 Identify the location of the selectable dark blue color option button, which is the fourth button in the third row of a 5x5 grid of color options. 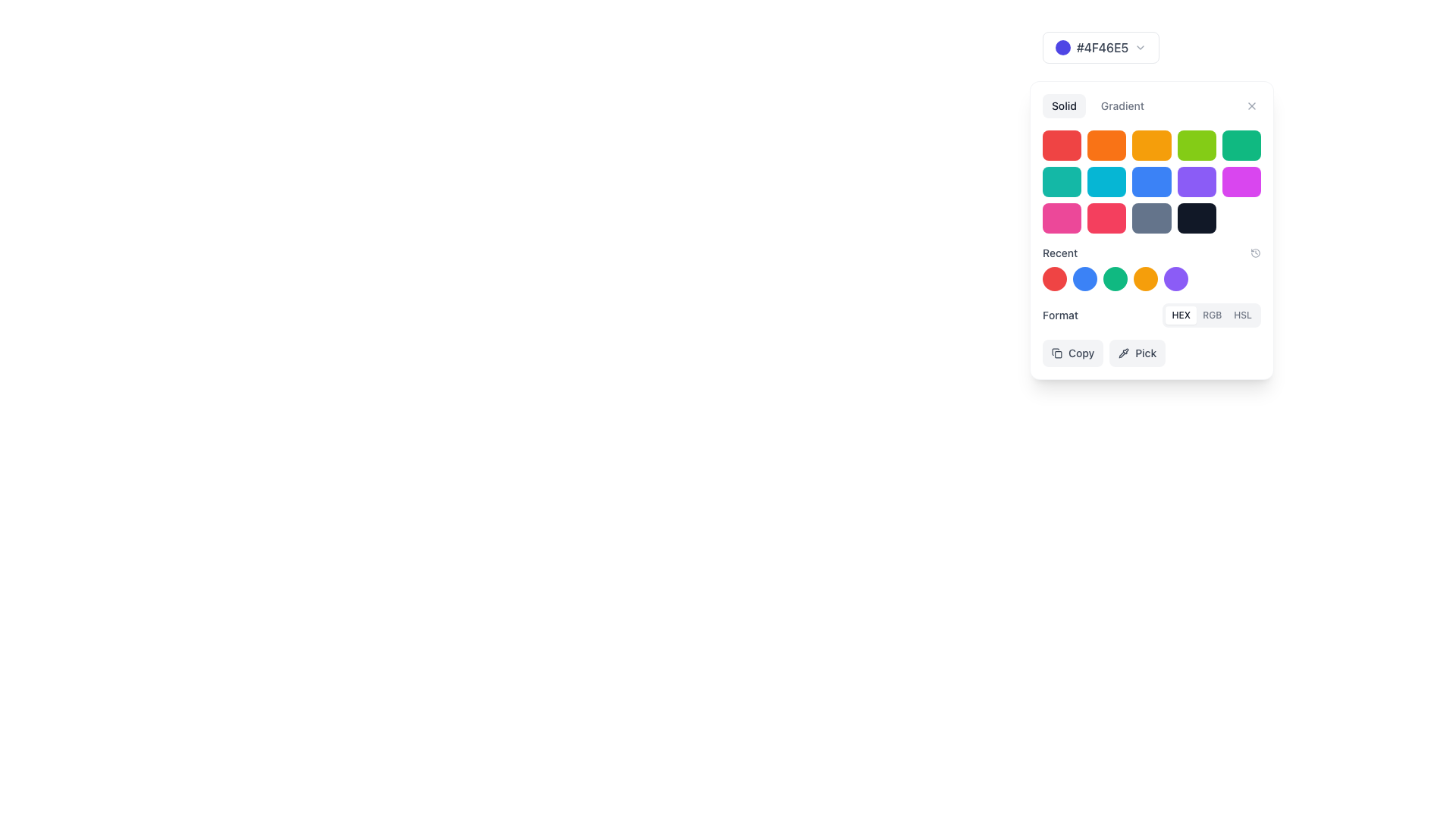
(1151, 231).